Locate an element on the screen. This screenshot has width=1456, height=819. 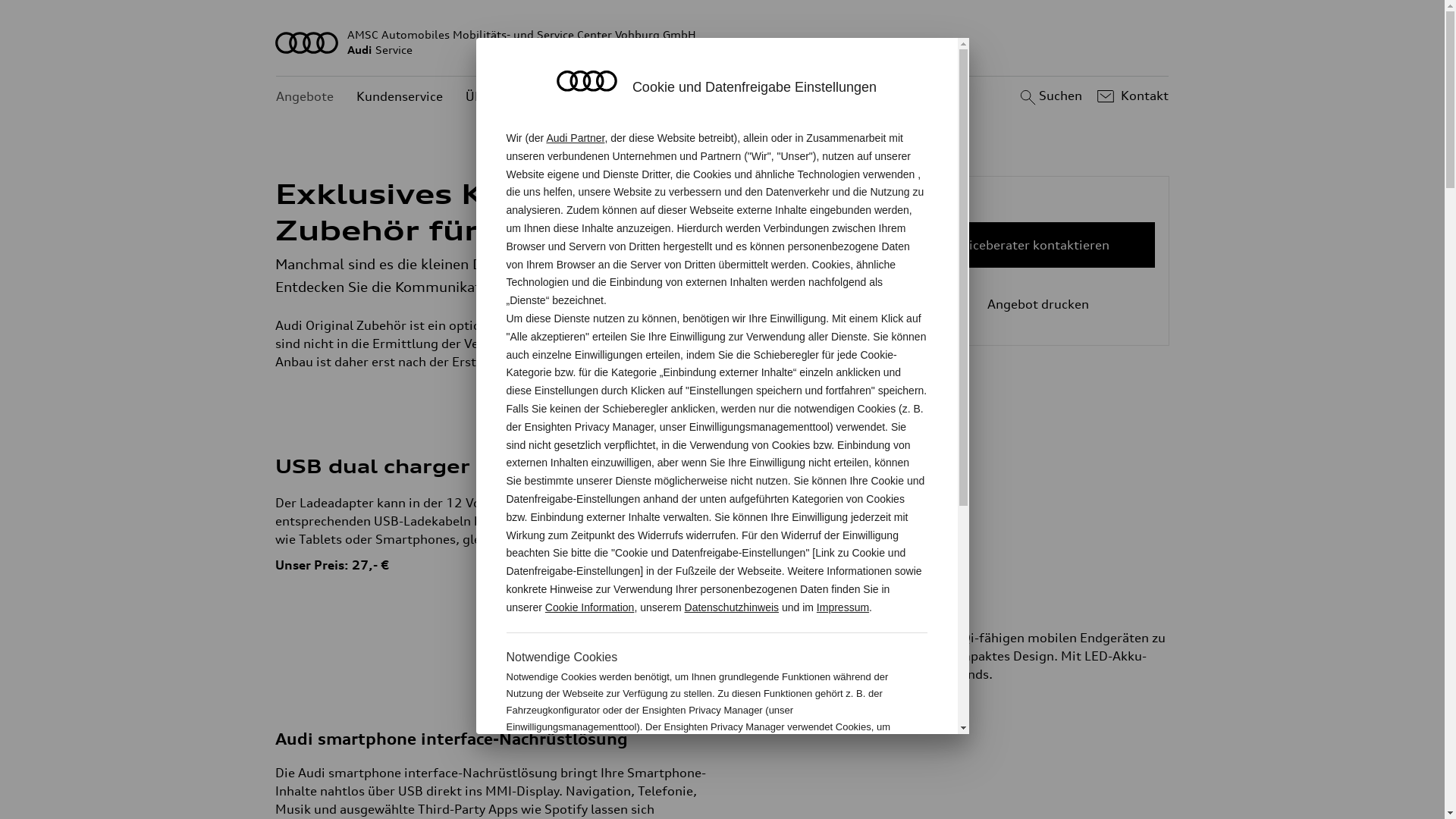
'Angebote' is located at coordinates (304, 96).